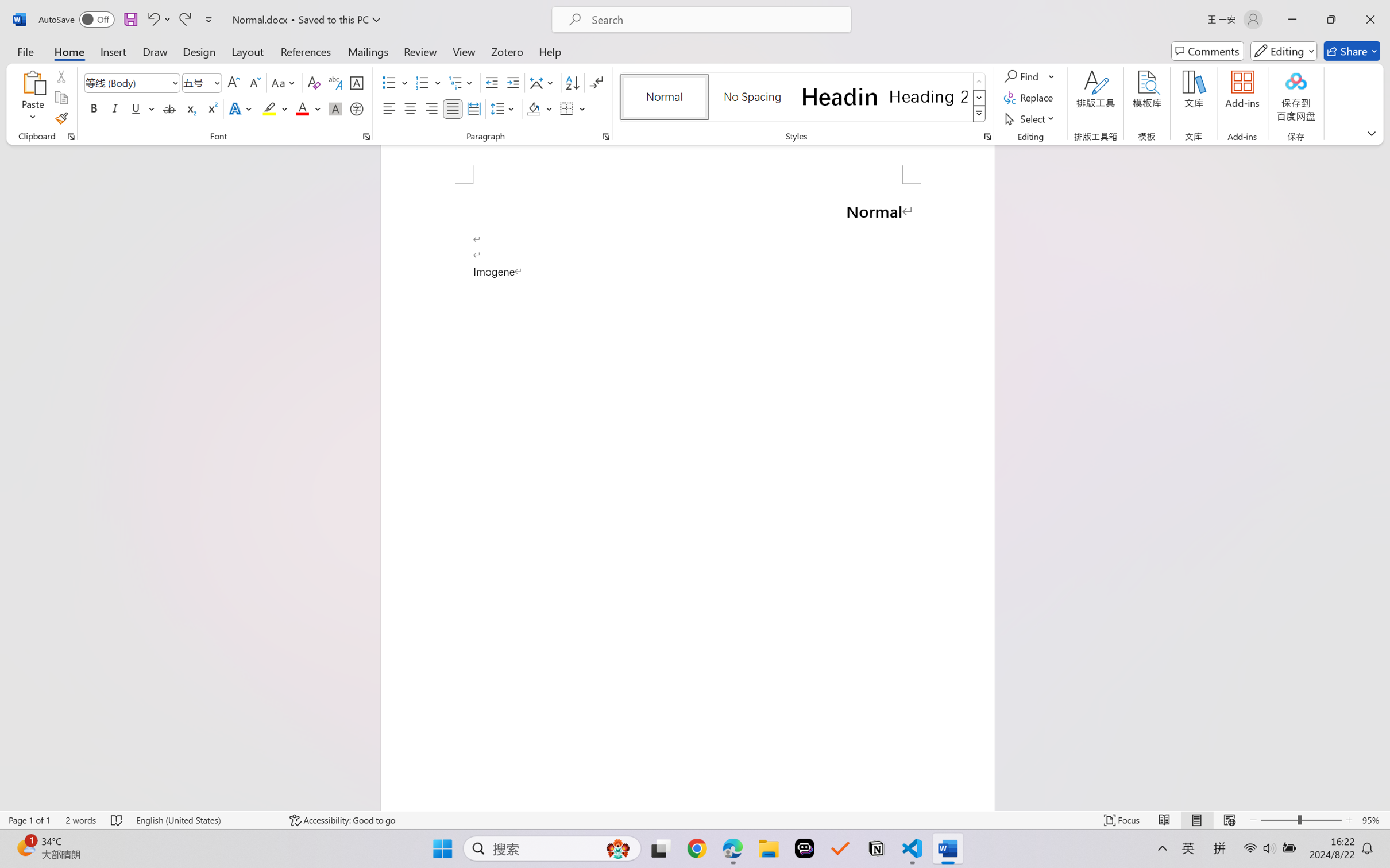  Describe the element at coordinates (70, 136) in the screenshot. I see `'Office Clipboard...'` at that location.